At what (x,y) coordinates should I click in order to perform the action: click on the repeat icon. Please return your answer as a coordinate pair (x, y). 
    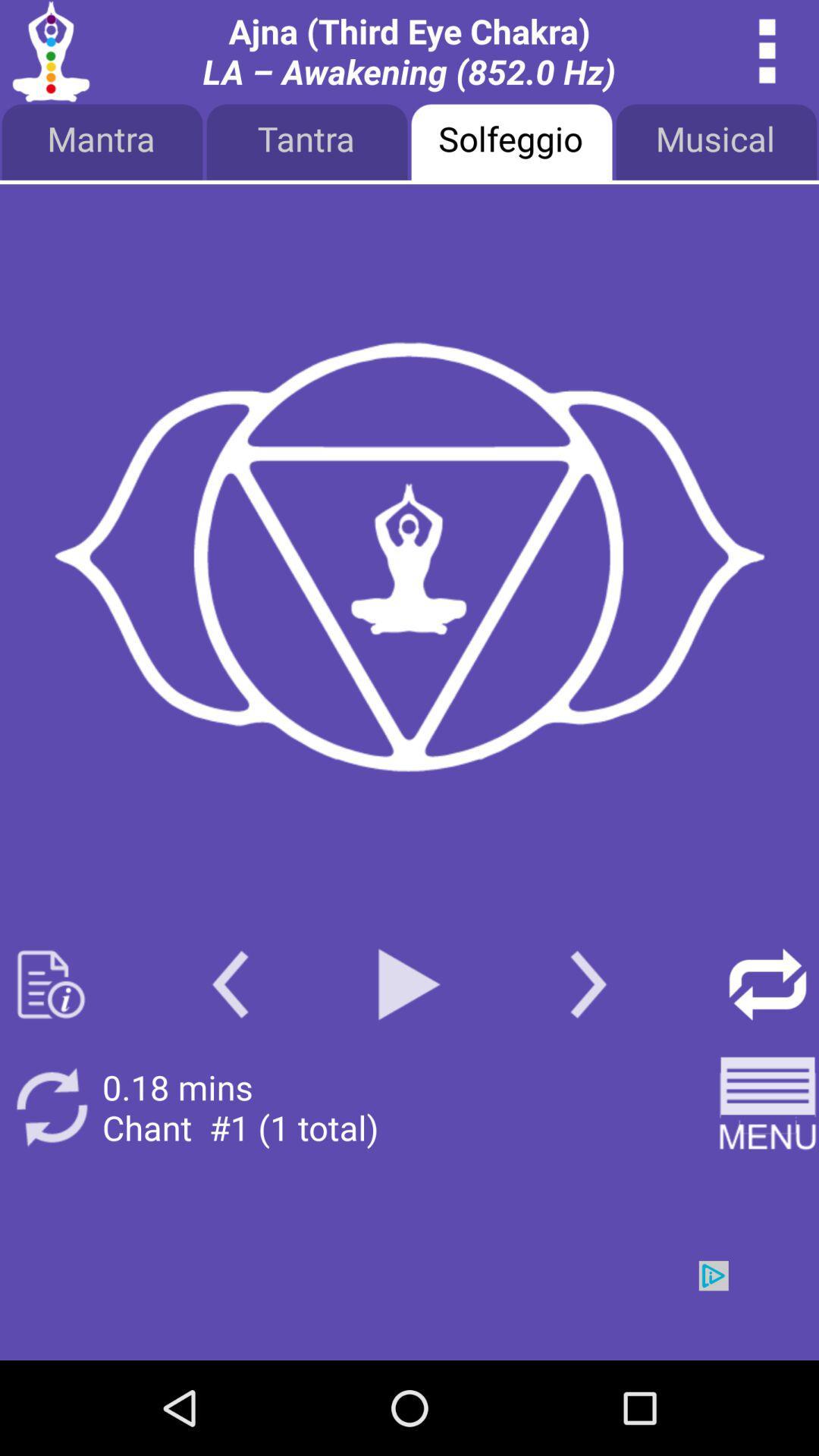
    Looking at the image, I should click on (767, 1053).